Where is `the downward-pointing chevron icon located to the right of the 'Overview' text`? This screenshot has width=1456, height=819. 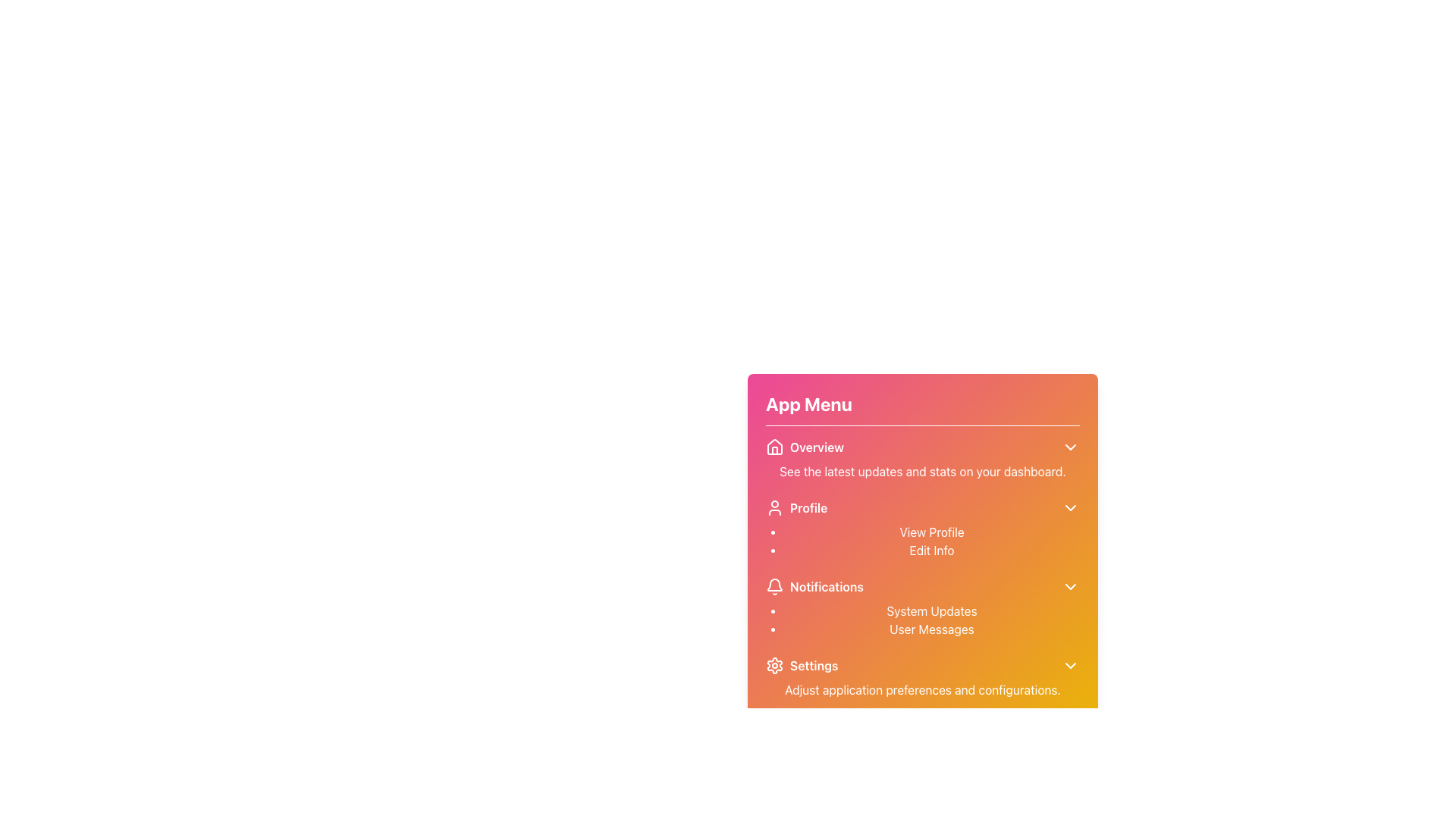
the downward-pointing chevron icon located to the right of the 'Overview' text is located at coordinates (1069, 447).